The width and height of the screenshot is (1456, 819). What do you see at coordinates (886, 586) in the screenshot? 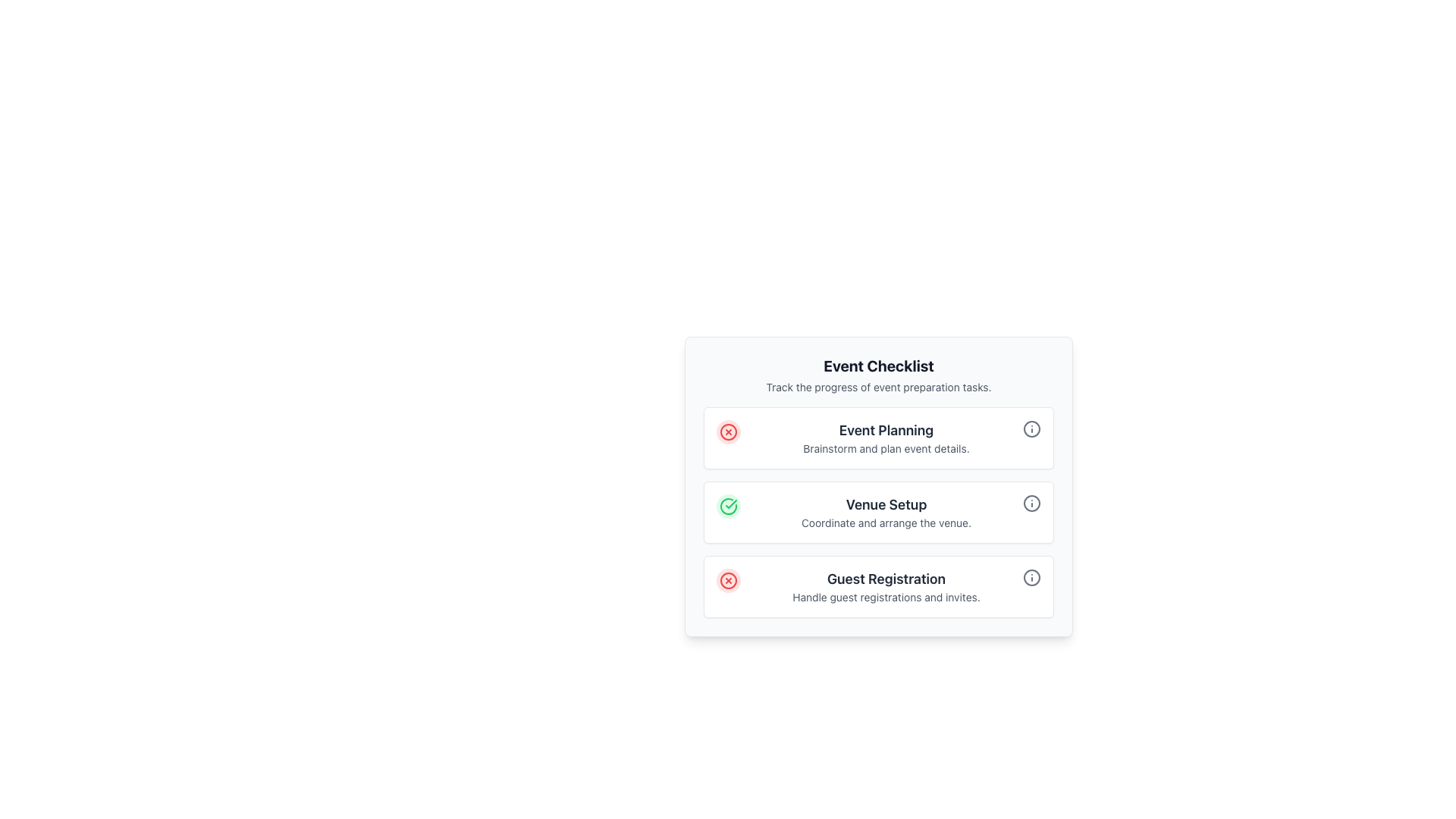
I see `text content of the text block titled 'Guest Registration' located at the bottom of the card layout` at bounding box center [886, 586].